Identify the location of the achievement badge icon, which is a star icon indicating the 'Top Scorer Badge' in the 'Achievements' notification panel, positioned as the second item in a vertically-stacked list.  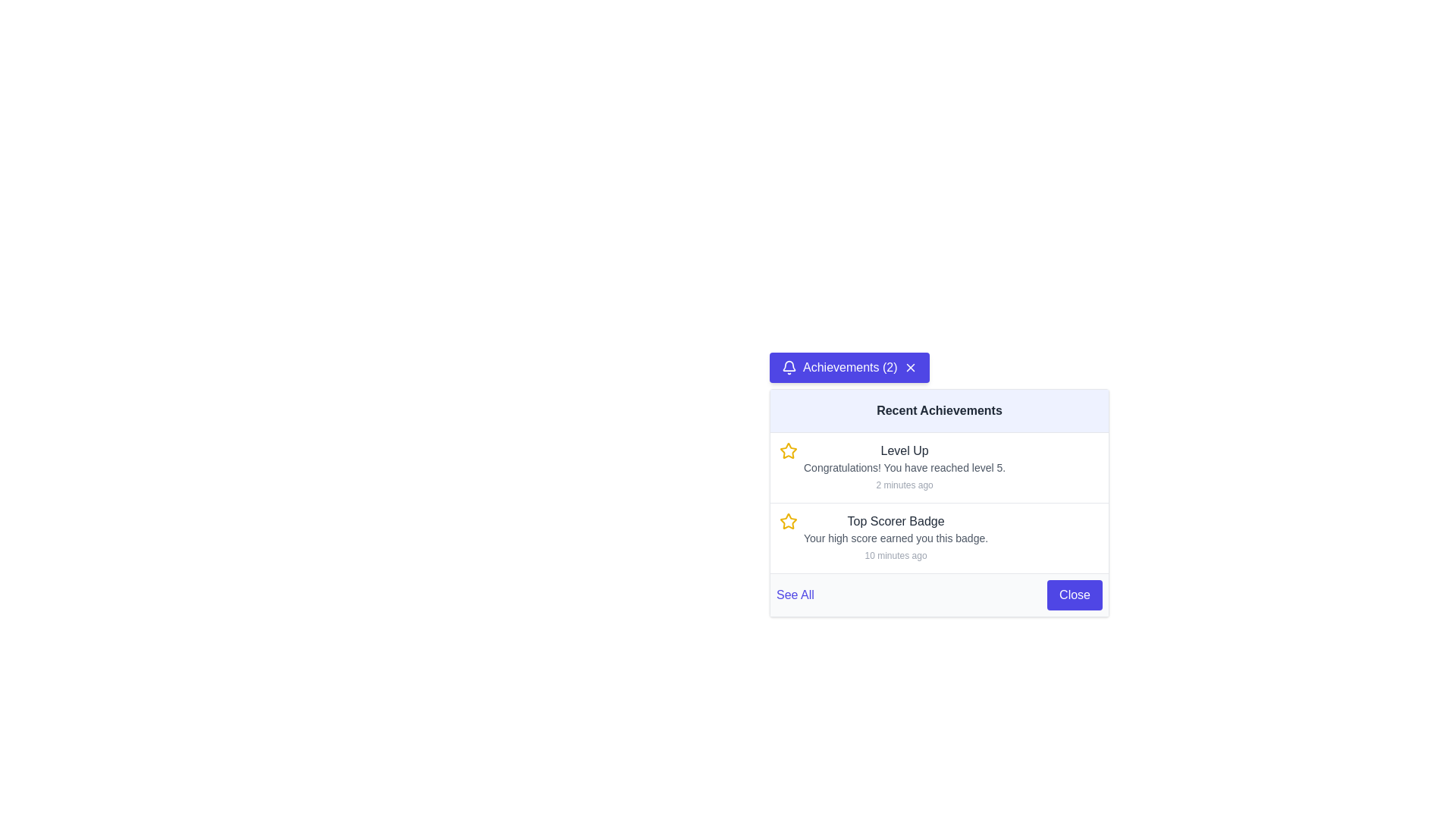
(789, 450).